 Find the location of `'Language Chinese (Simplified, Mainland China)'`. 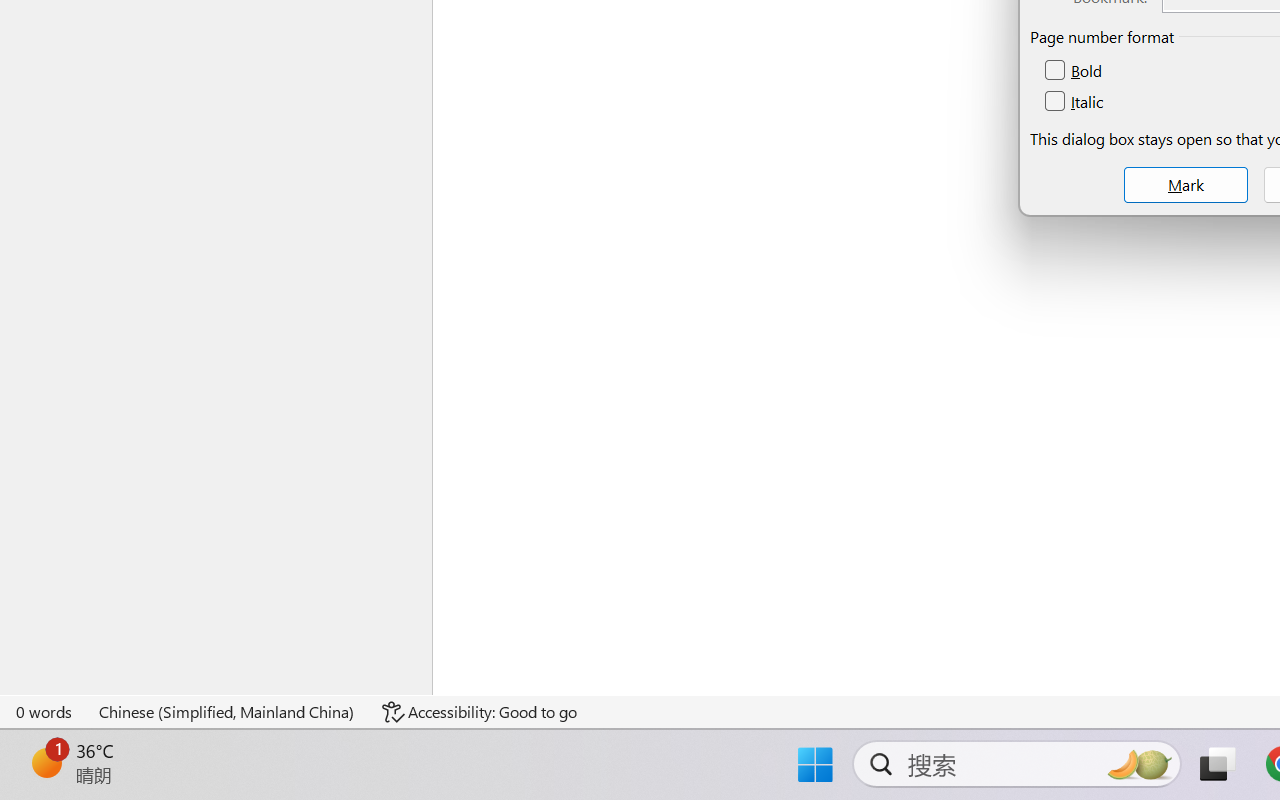

'Language Chinese (Simplified, Mainland China)' is located at coordinates (227, 711).